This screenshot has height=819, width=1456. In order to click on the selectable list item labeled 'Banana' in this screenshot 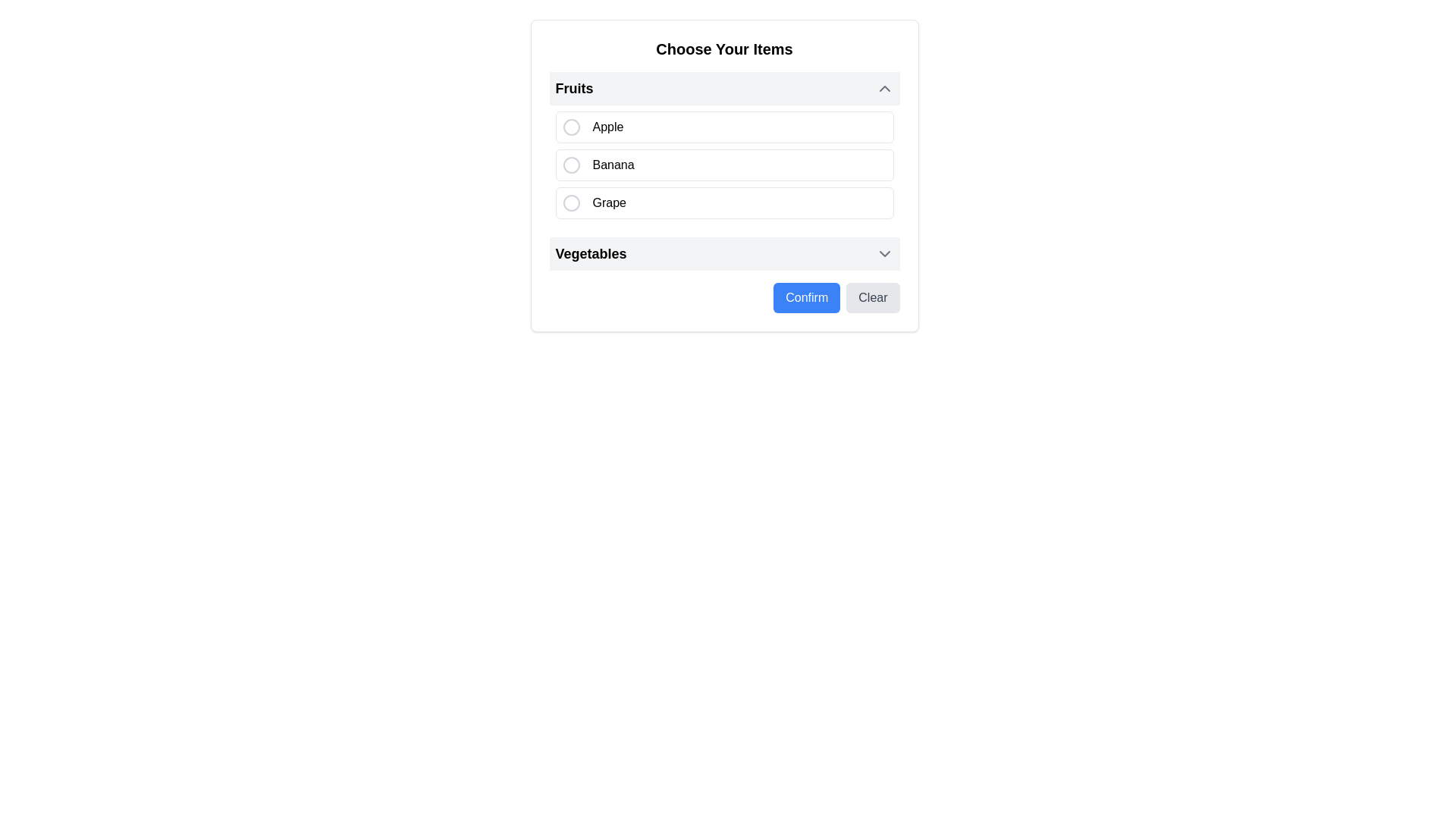, I will do `click(613, 165)`.